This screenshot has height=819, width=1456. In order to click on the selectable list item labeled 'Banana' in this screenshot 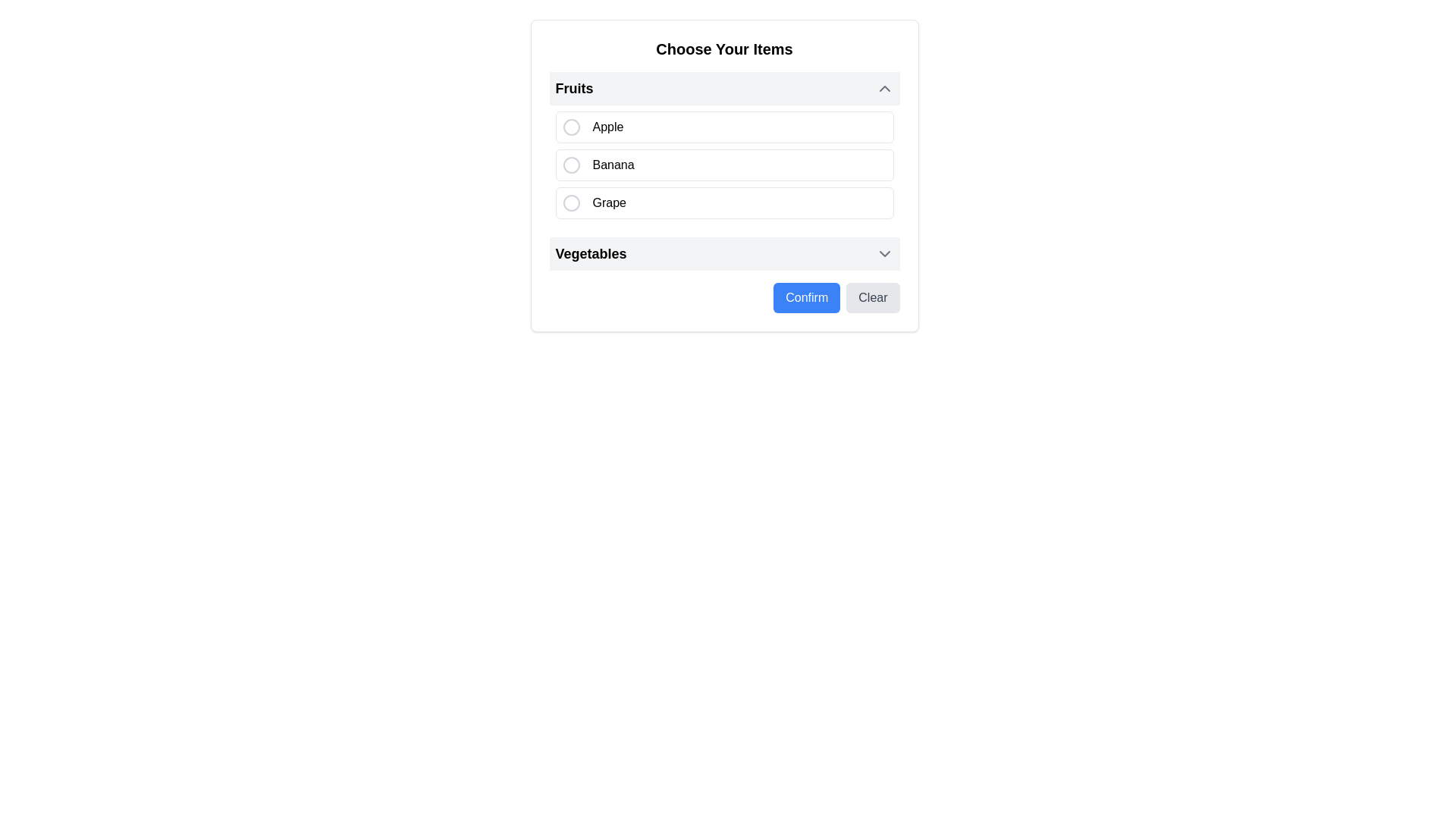, I will do `click(613, 165)`.